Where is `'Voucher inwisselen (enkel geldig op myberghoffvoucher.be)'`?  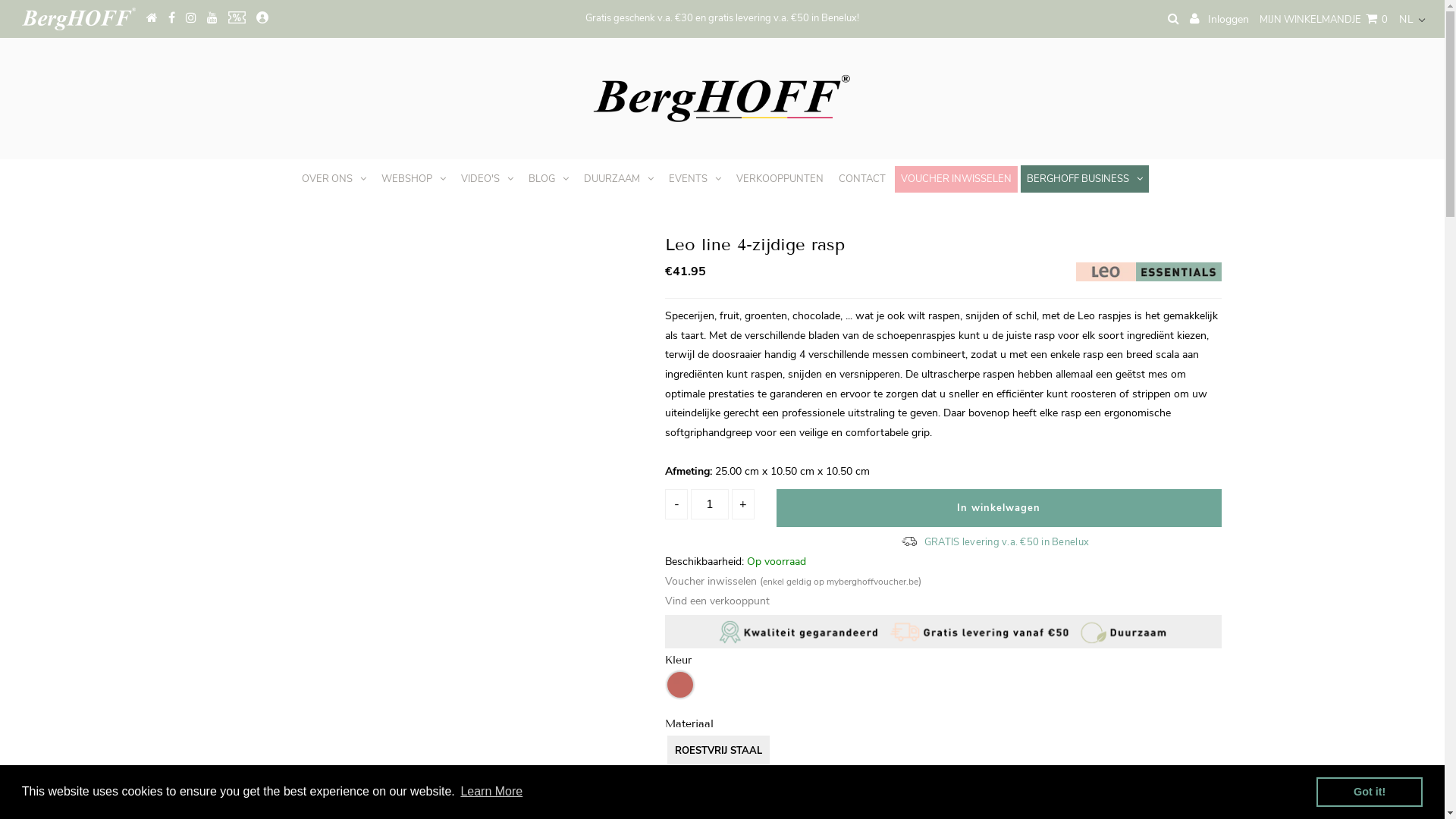 'Voucher inwisselen (enkel geldig op myberghoffvoucher.be)' is located at coordinates (792, 580).